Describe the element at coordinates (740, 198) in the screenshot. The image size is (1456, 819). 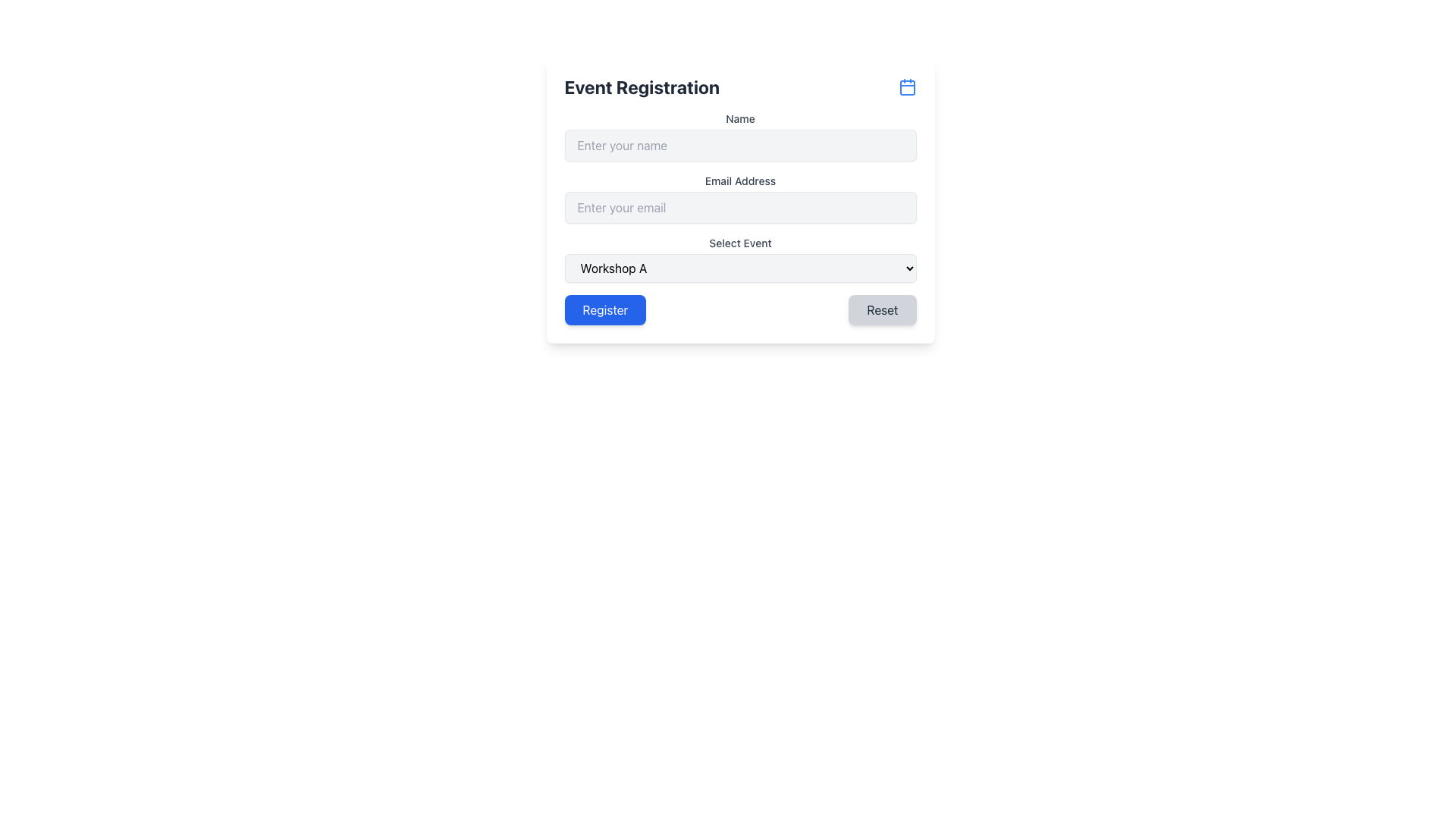
I see `into the email input field located below the 'Name' field in the central registration form to type an email address` at that location.